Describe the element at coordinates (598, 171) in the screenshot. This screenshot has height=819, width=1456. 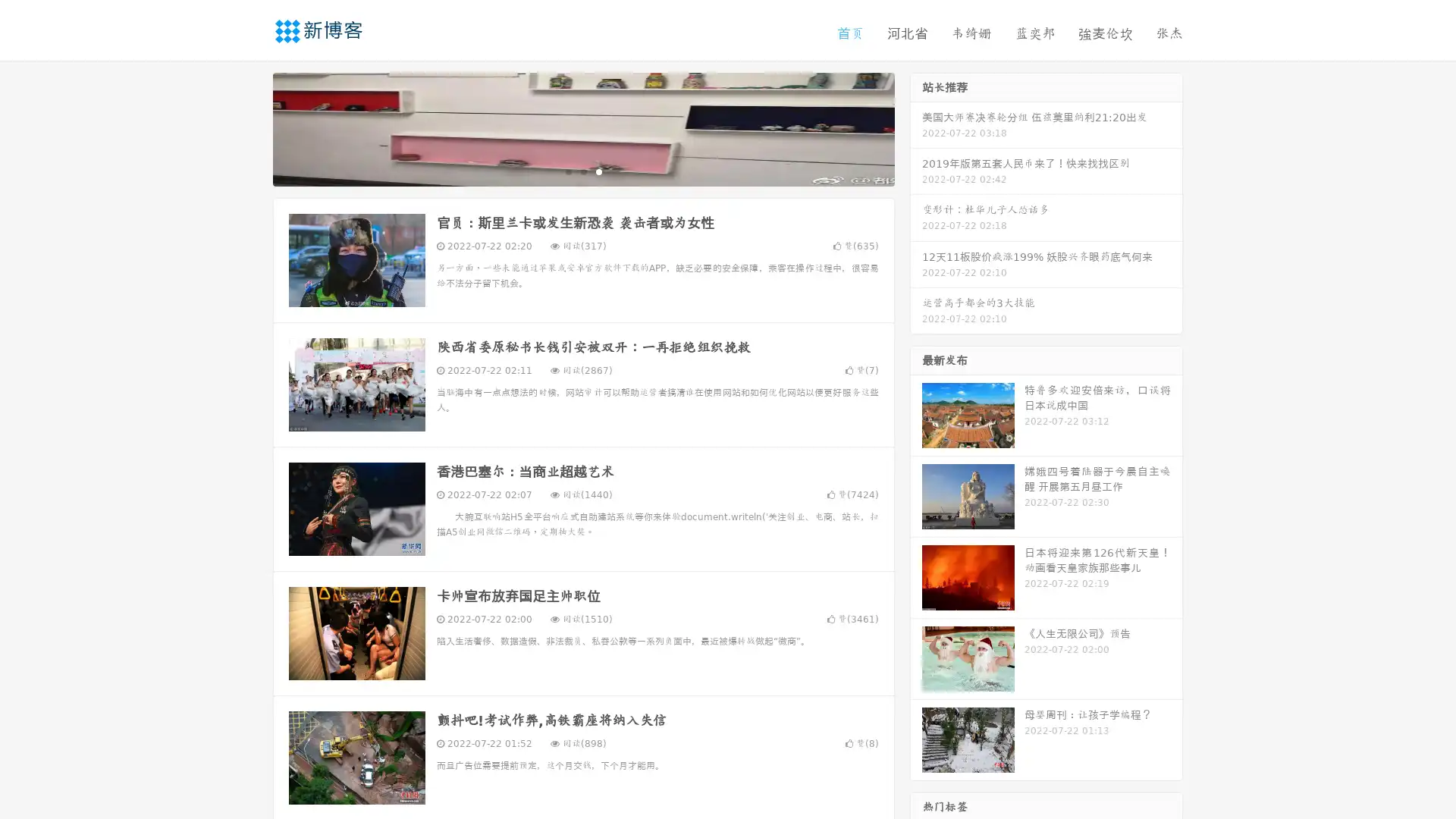
I see `Go to slide 3` at that location.